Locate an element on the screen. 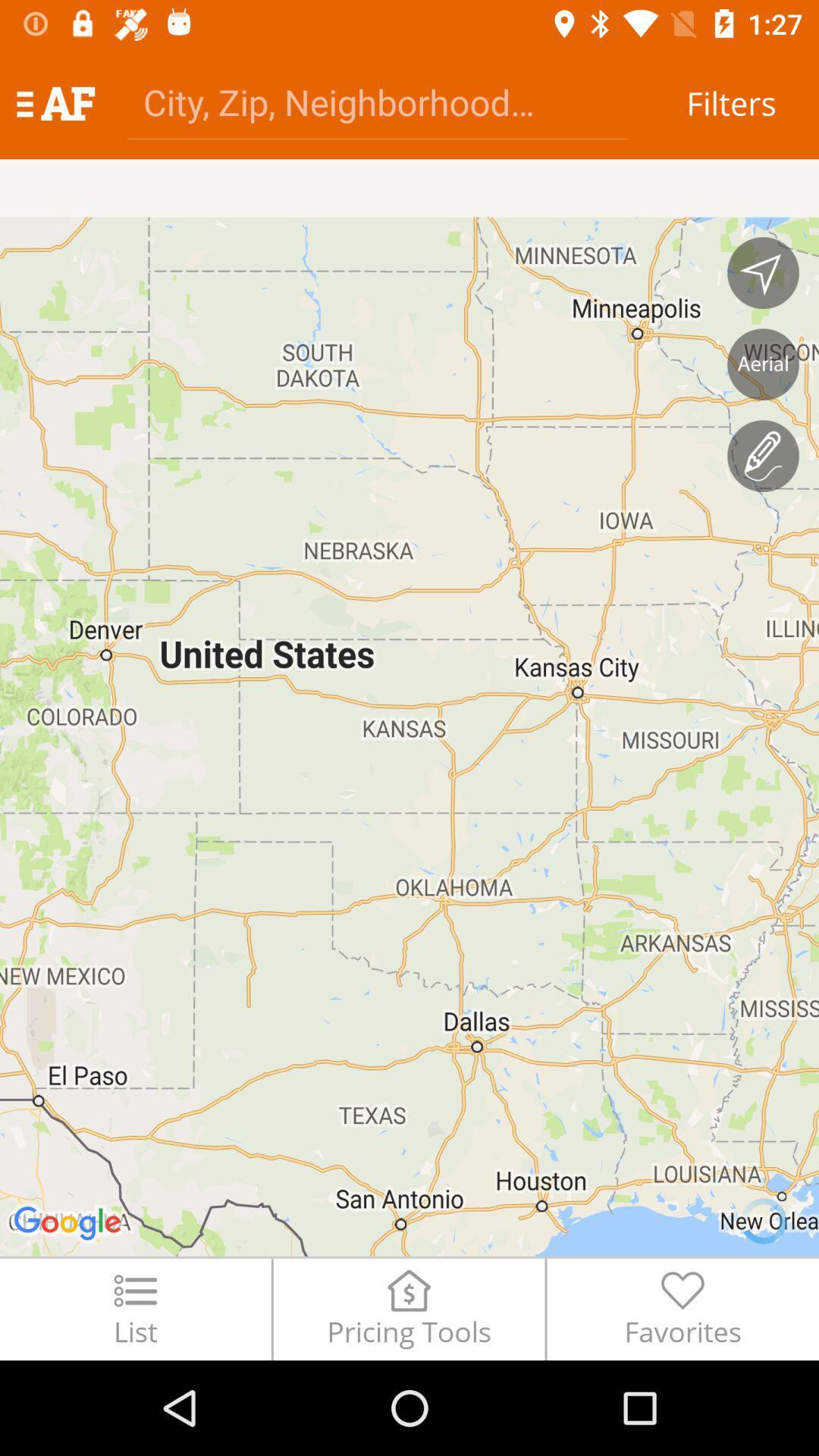  the list is located at coordinates (134, 1308).